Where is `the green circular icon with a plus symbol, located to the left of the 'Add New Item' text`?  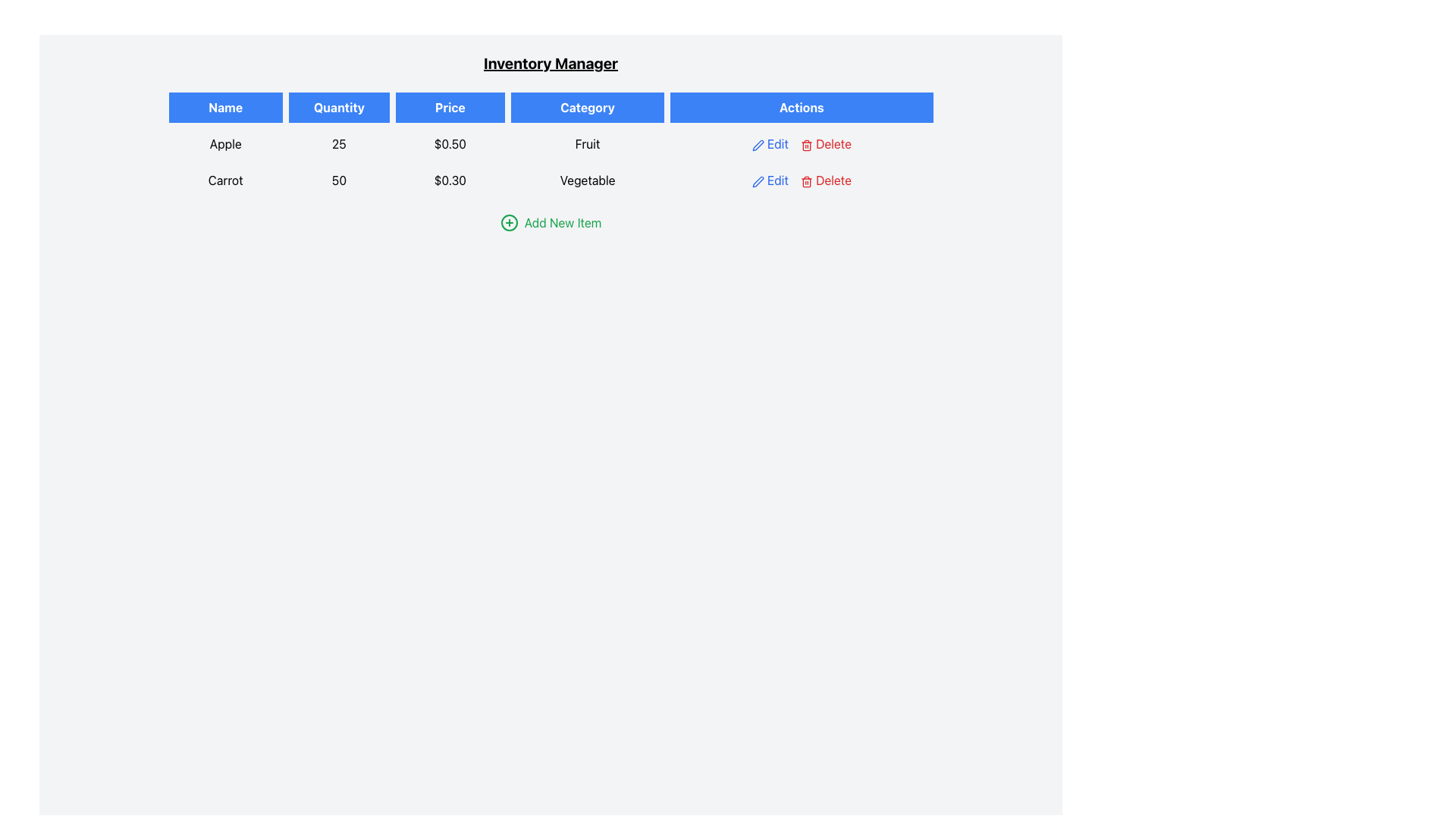 the green circular icon with a plus symbol, located to the left of the 'Add New Item' text is located at coordinates (509, 222).